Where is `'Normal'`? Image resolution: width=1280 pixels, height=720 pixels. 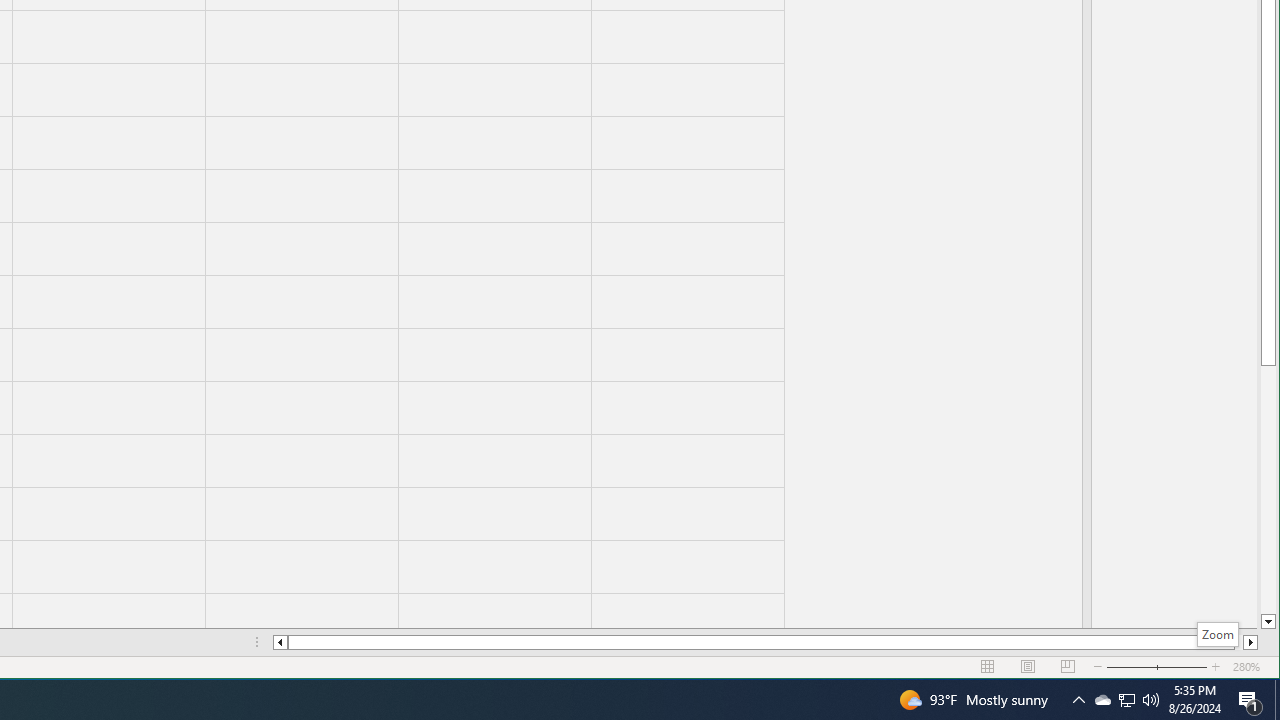
'Normal' is located at coordinates (988, 667).